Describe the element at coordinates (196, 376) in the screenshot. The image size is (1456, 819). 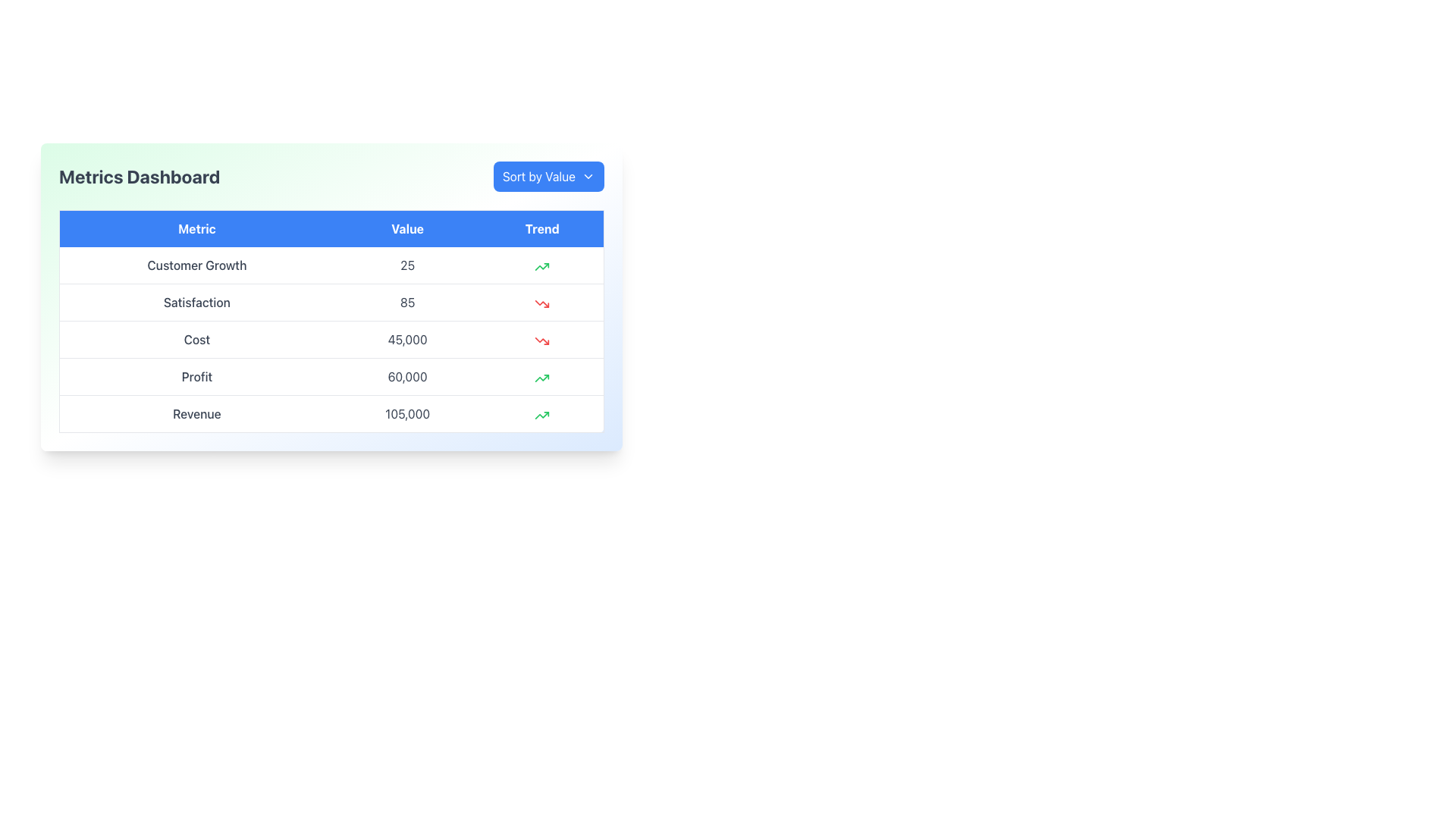
I see `the label in the 'Metric' column of the fourth row in the metrics dashboard, which precedes the text '60,000'` at that location.